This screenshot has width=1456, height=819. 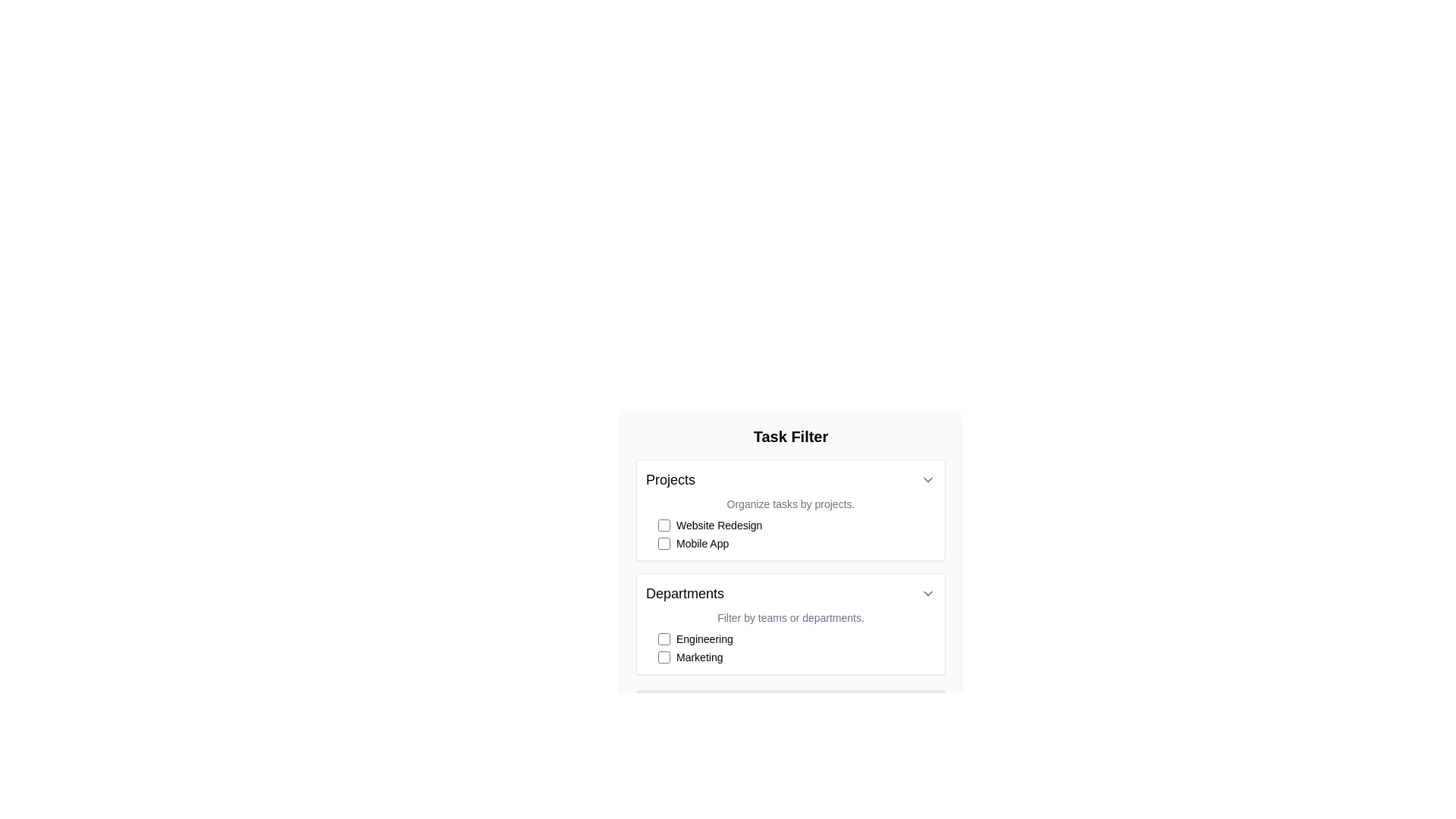 I want to click on the checkbox for the 'Mobile App' selection in the 'Projects' section, so click(x=664, y=543).